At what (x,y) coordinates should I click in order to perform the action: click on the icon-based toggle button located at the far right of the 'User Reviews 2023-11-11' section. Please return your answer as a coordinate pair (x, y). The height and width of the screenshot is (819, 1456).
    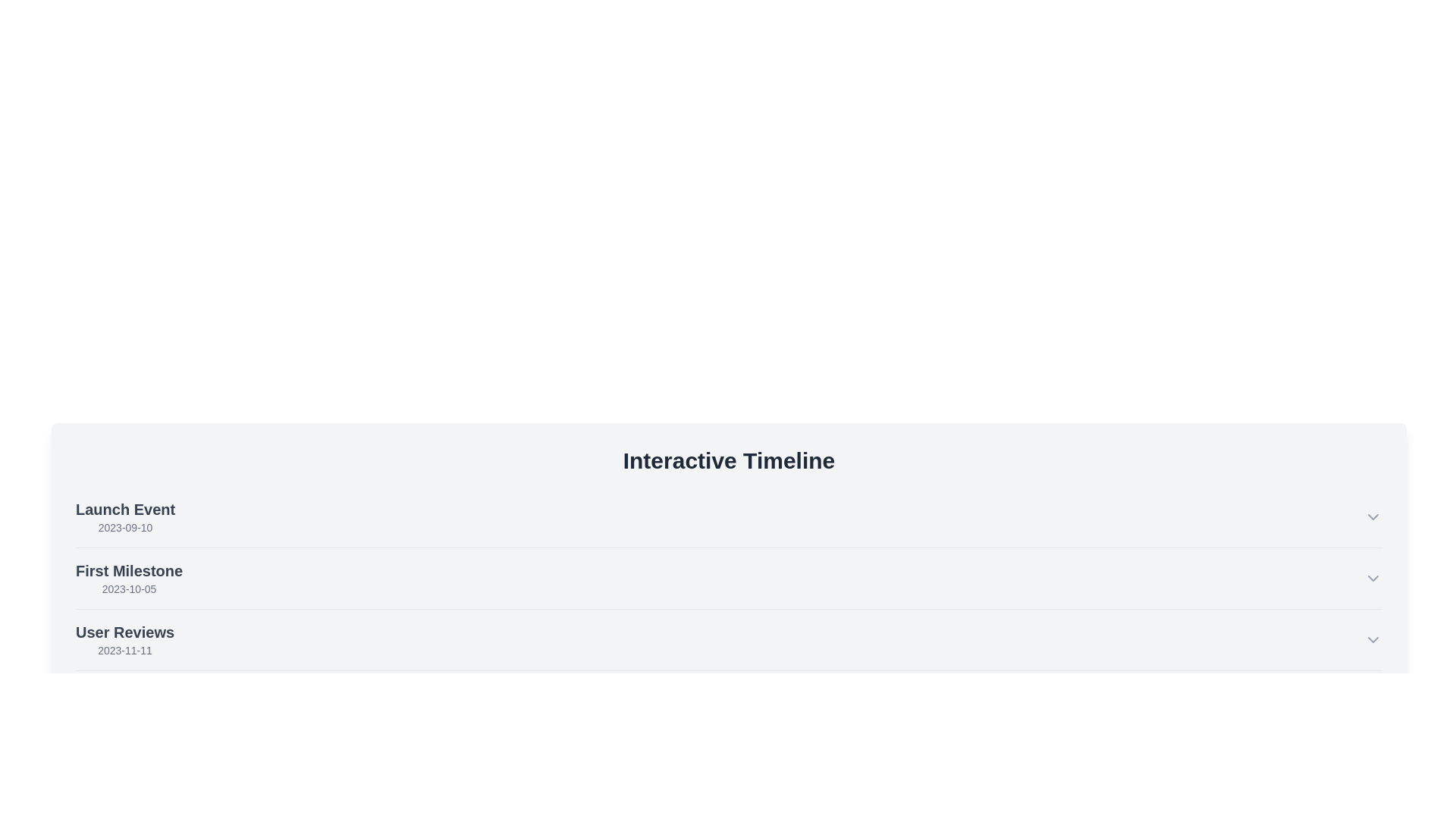
    Looking at the image, I should click on (1373, 640).